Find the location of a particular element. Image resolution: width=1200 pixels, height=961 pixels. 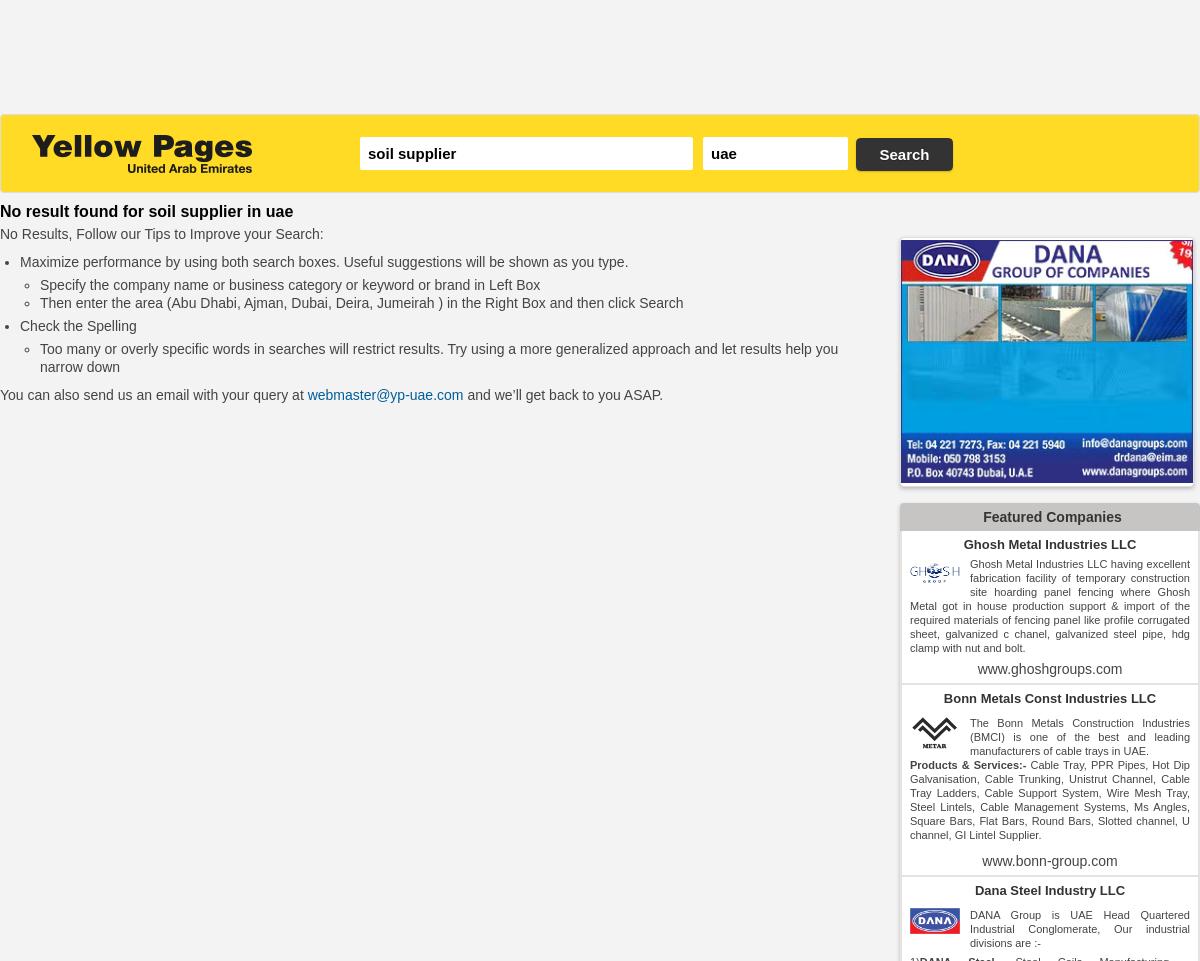

'Bonn Metals Const Industries LLC' is located at coordinates (1049, 698).